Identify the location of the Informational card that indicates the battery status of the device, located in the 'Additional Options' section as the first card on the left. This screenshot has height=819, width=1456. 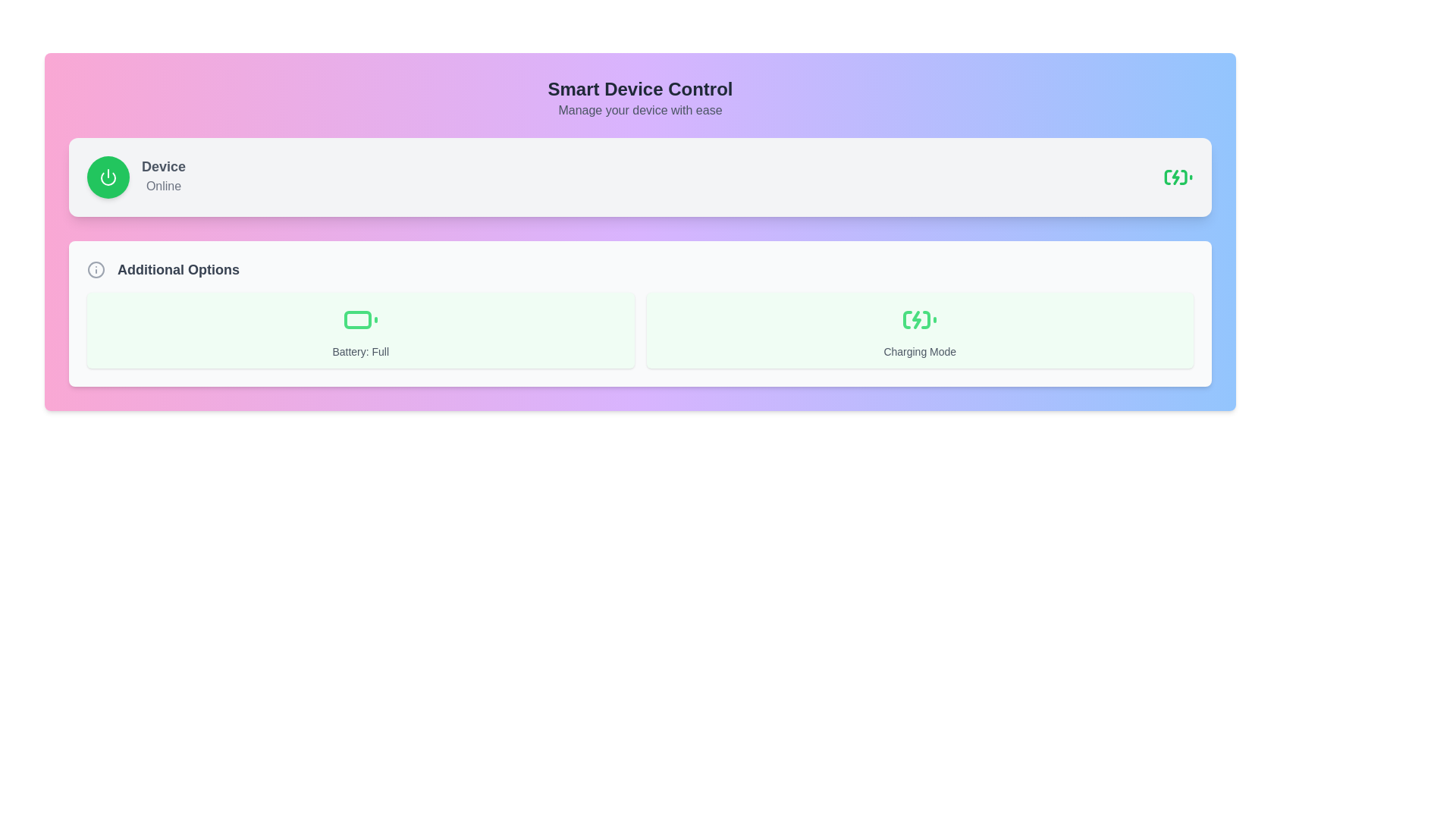
(359, 329).